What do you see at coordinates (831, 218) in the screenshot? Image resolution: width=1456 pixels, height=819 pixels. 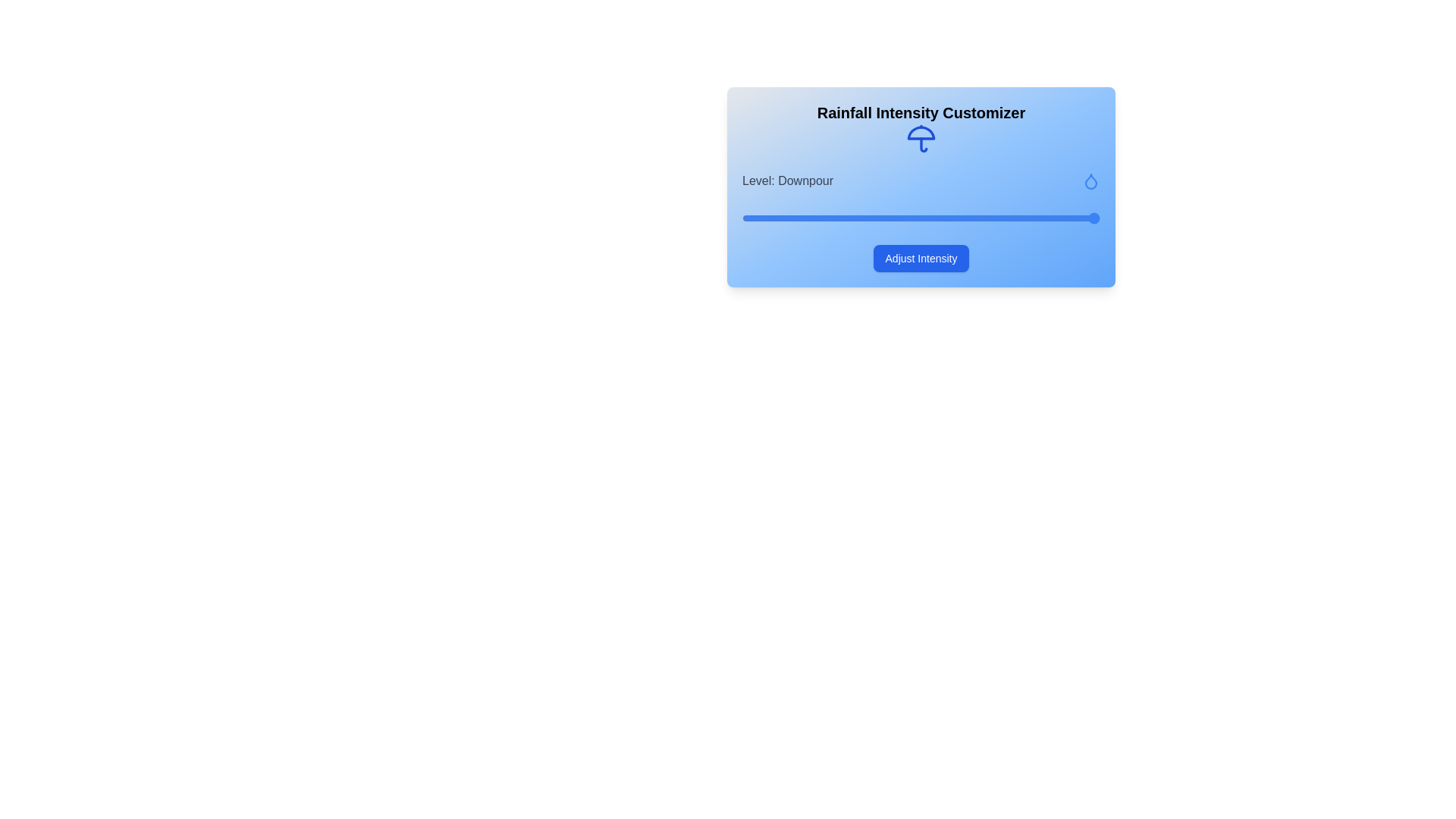 I see `the rainfall intensity slider to 1 level` at bounding box center [831, 218].